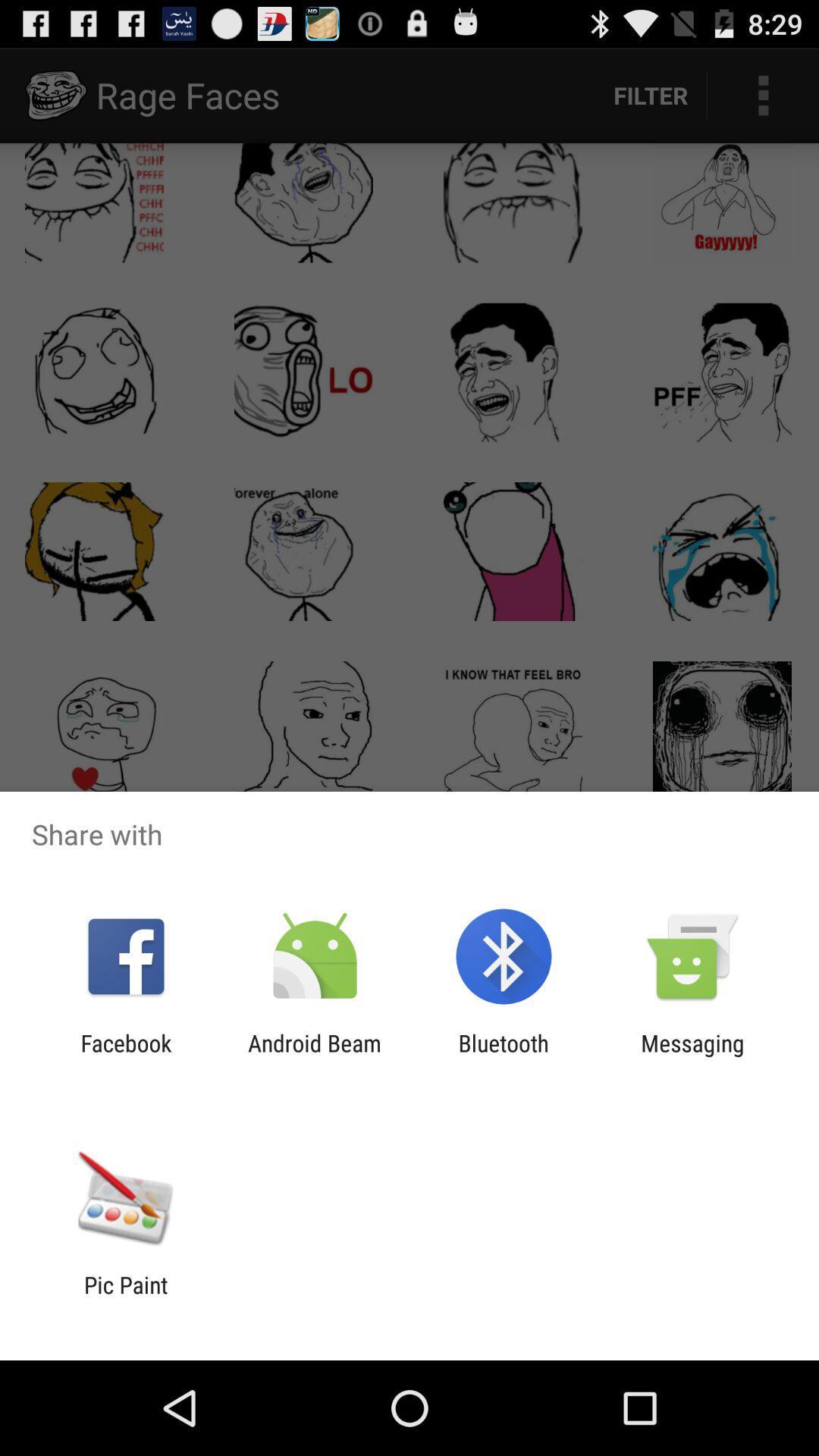 This screenshot has height=1456, width=819. I want to click on bluetooth icon, so click(504, 1056).